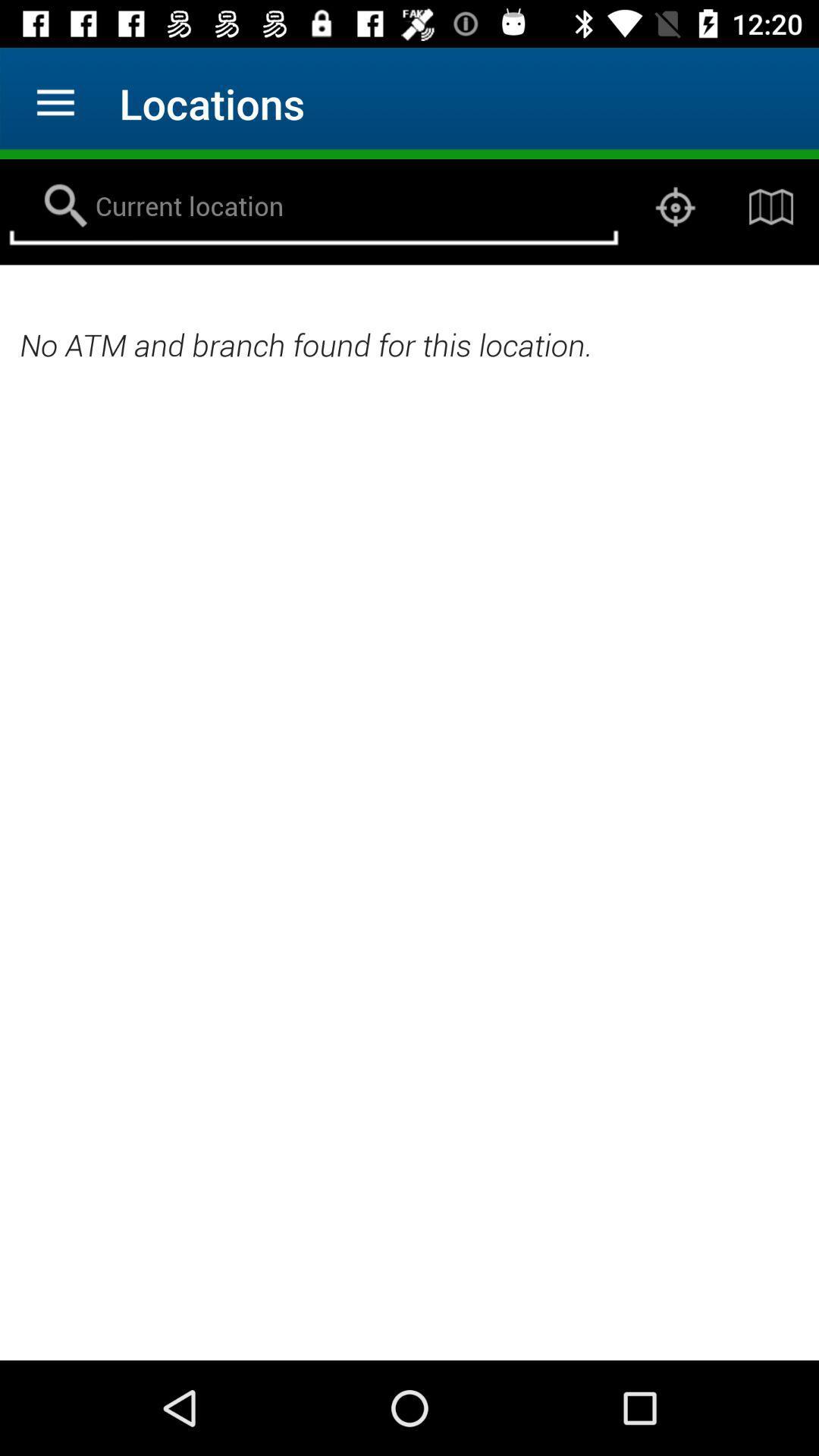 The image size is (819, 1456). Describe the element at coordinates (675, 206) in the screenshot. I see `the location_crosshair icon` at that location.